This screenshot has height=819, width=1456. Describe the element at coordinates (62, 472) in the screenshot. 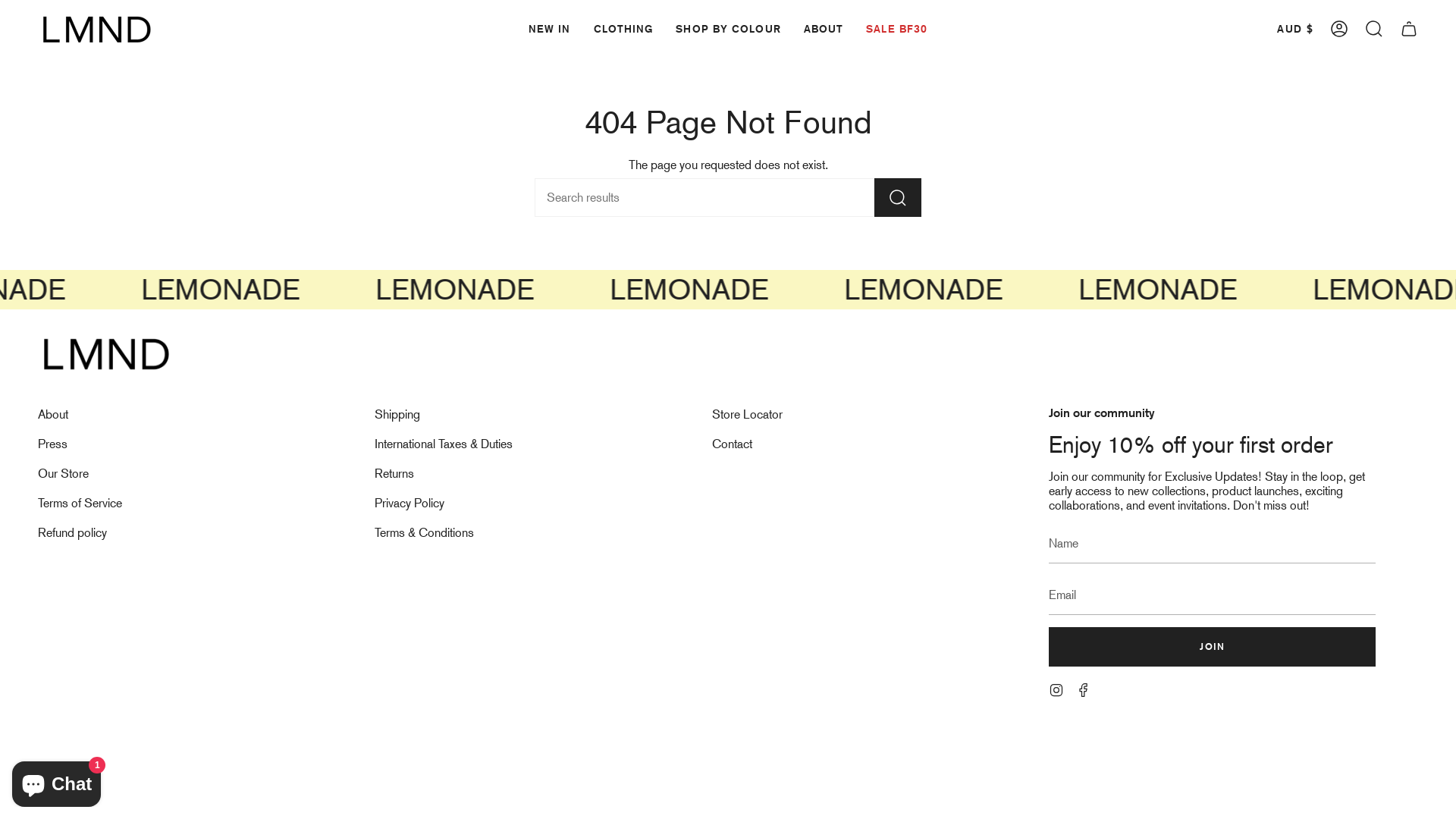

I see `'Our Store'` at that location.